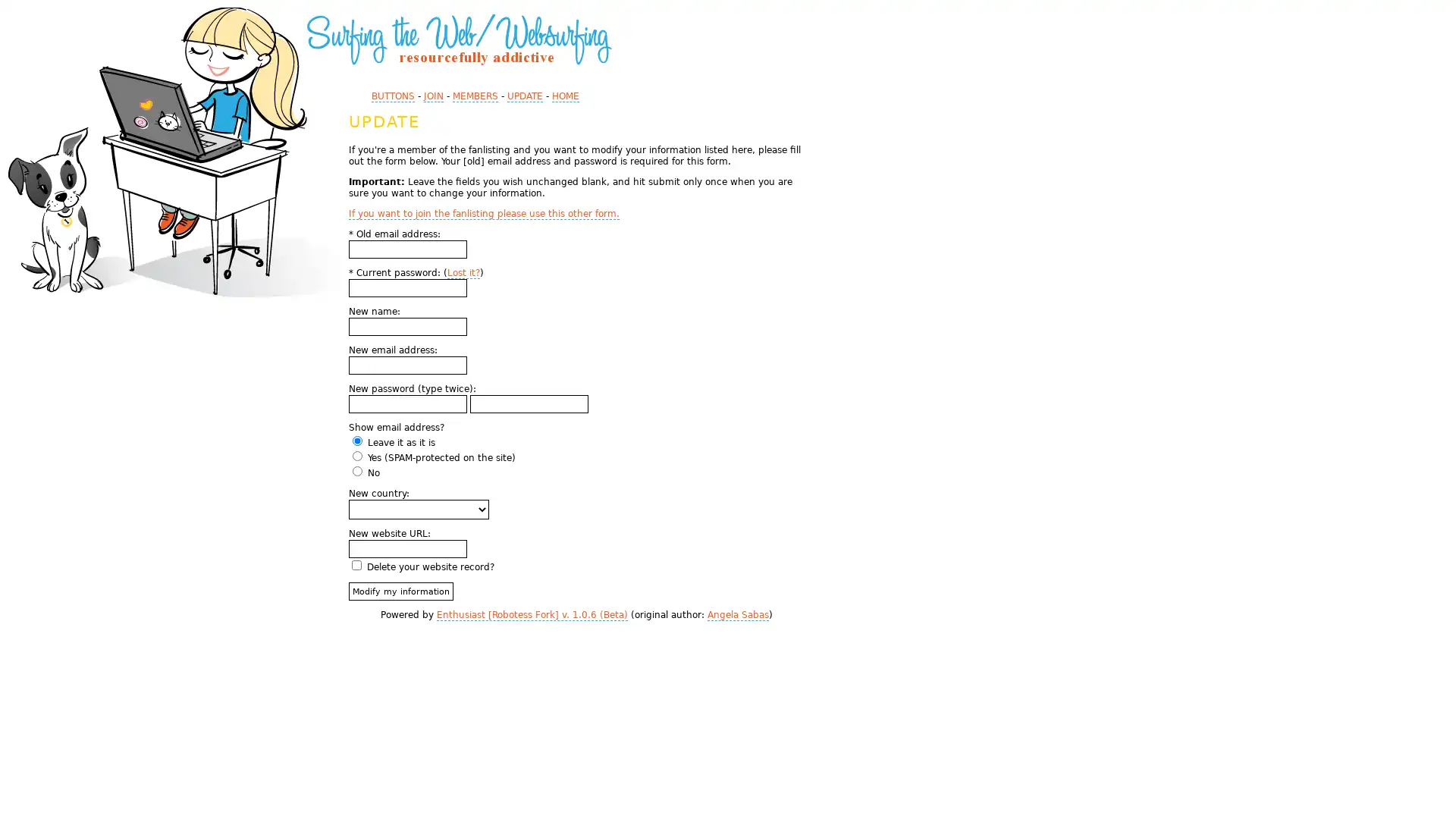 The image size is (1456, 819). What do you see at coordinates (400, 590) in the screenshot?
I see `Modify my information` at bounding box center [400, 590].